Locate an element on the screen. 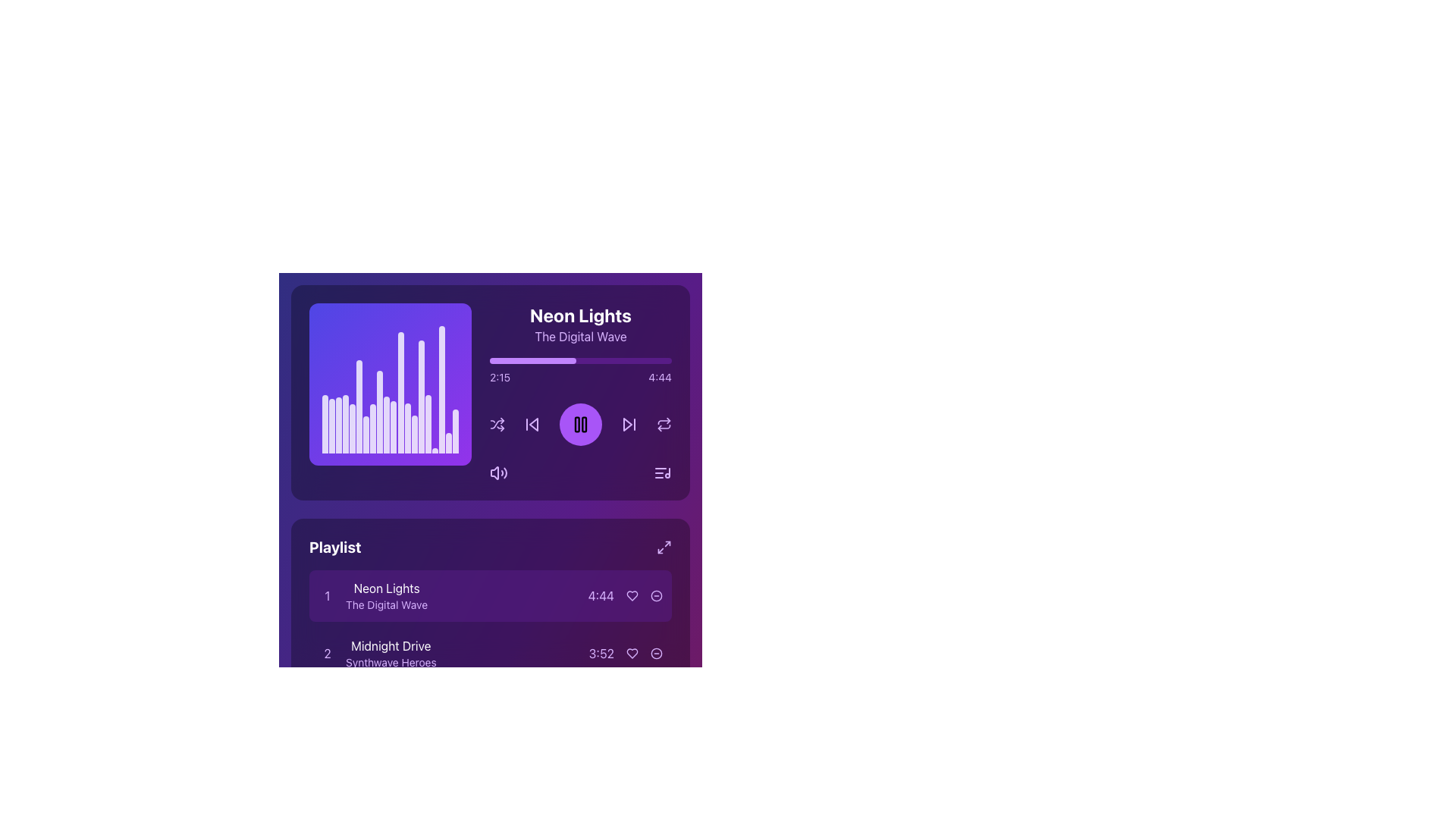 The height and width of the screenshot is (819, 1456). the fourth button in the row of buttons in the center of the music player interface is located at coordinates (664, 424).